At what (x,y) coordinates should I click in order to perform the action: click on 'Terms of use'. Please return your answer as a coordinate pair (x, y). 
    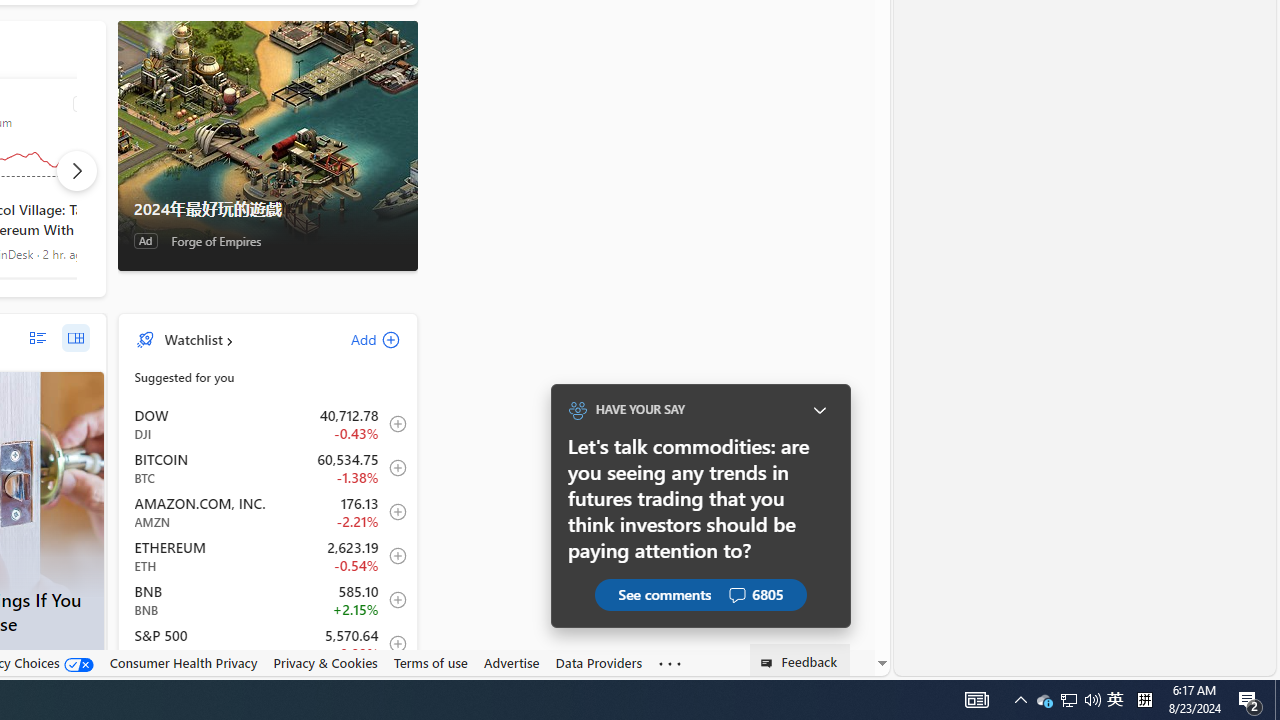
    Looking at the image, I should click on (429, 663).